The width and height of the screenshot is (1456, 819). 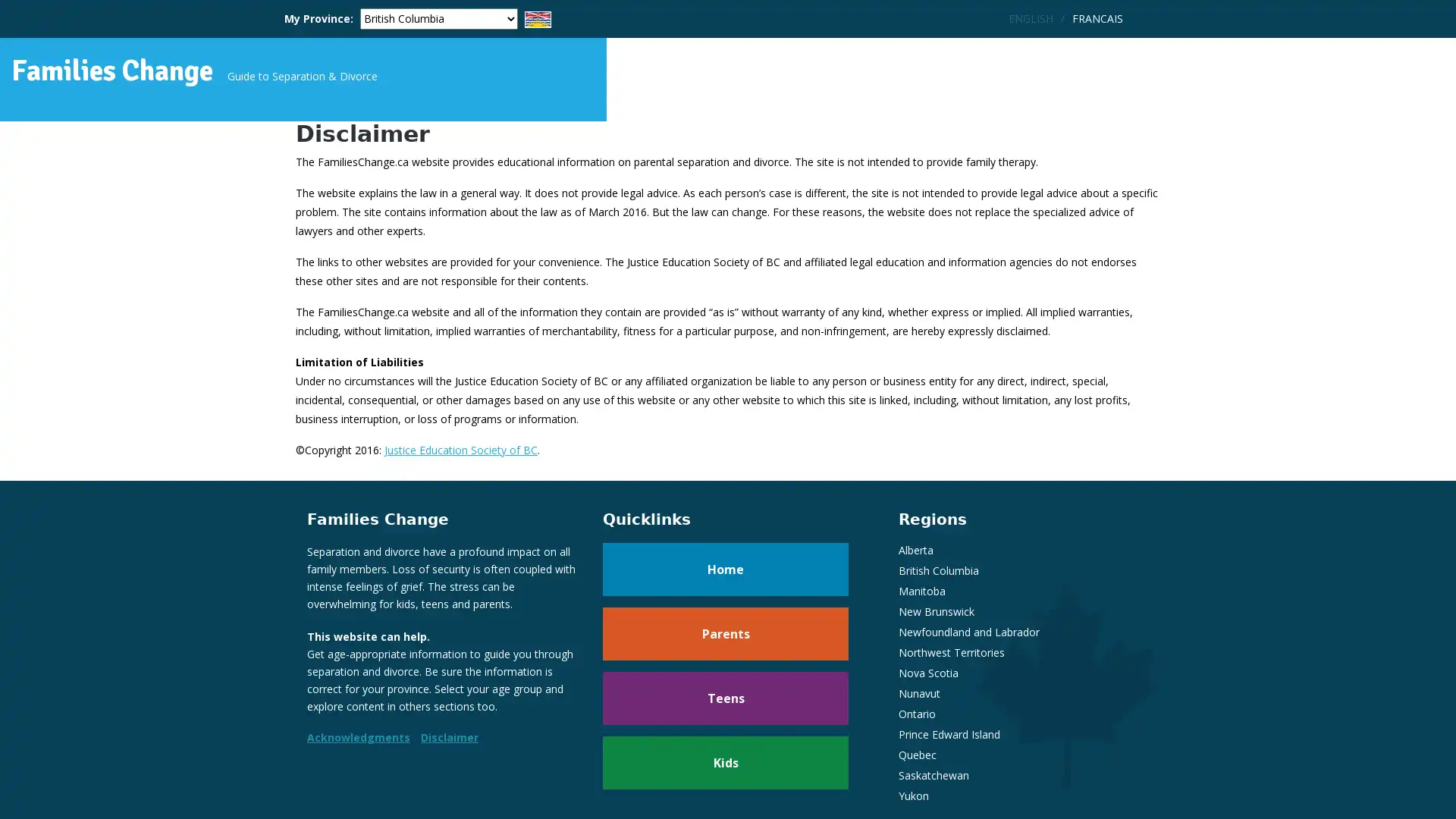 I want to click on Teens, so click(x=724, y=714).